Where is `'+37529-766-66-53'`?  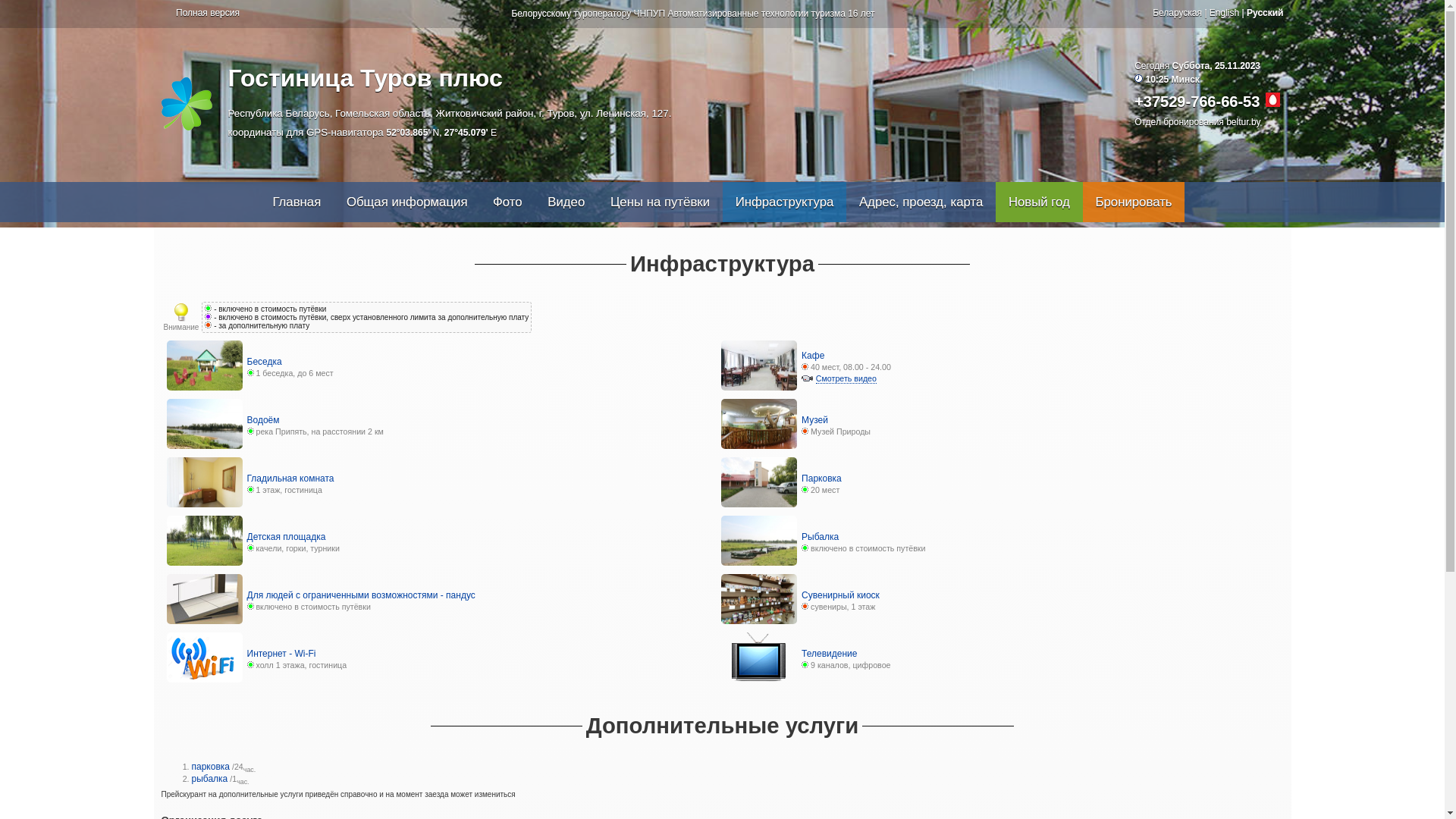
'+37529-766-66-53' is located at coordinates (1196, 102).